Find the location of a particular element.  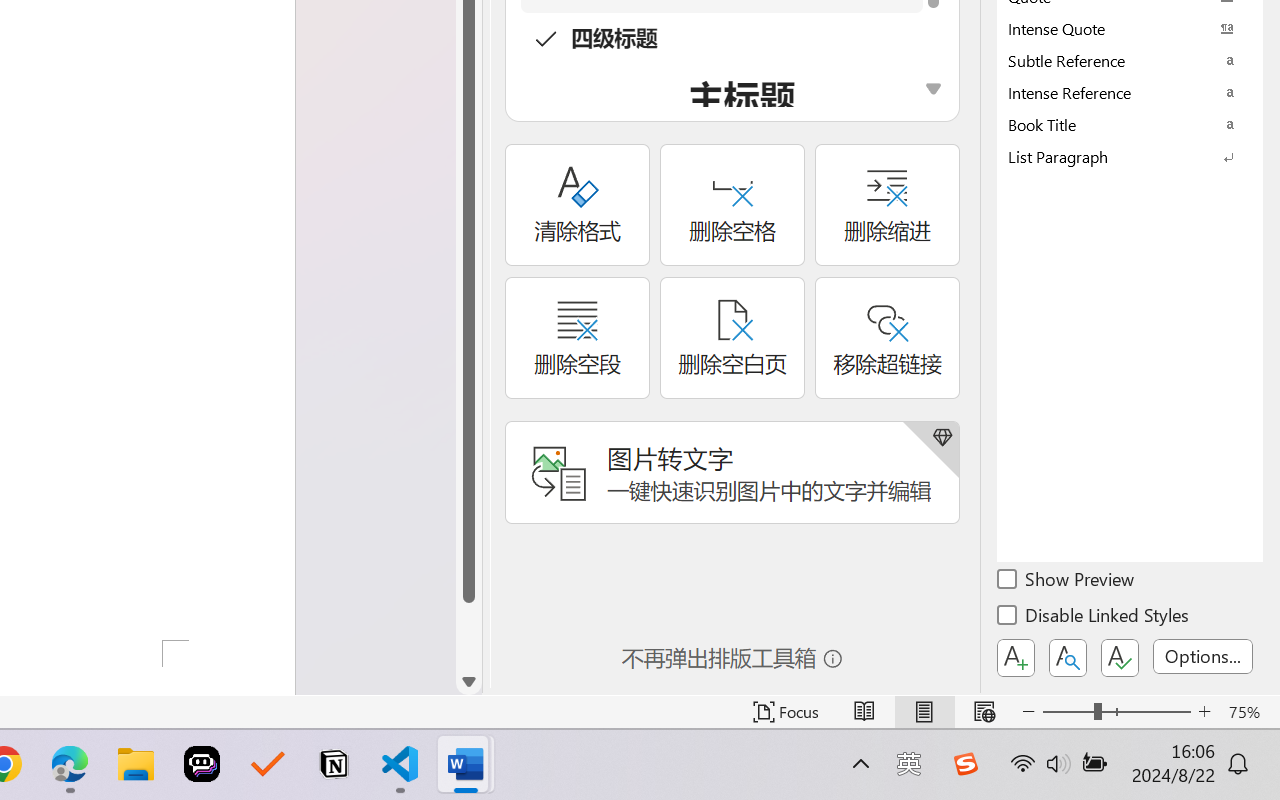

'Zoom Out' is located at coordinates (1067, 711).